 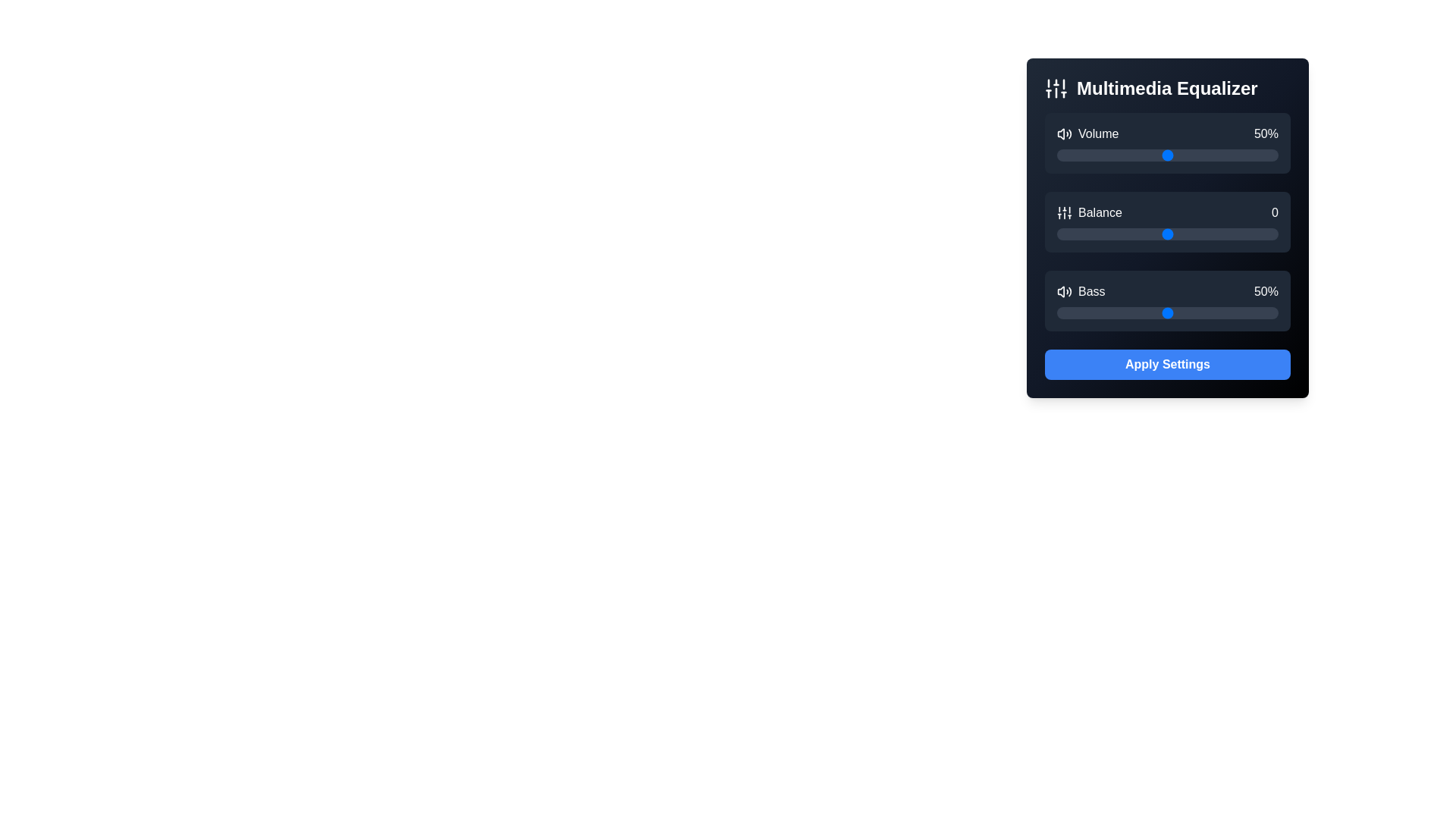 I want to click on the volume level, so click(x=1243, y=155).